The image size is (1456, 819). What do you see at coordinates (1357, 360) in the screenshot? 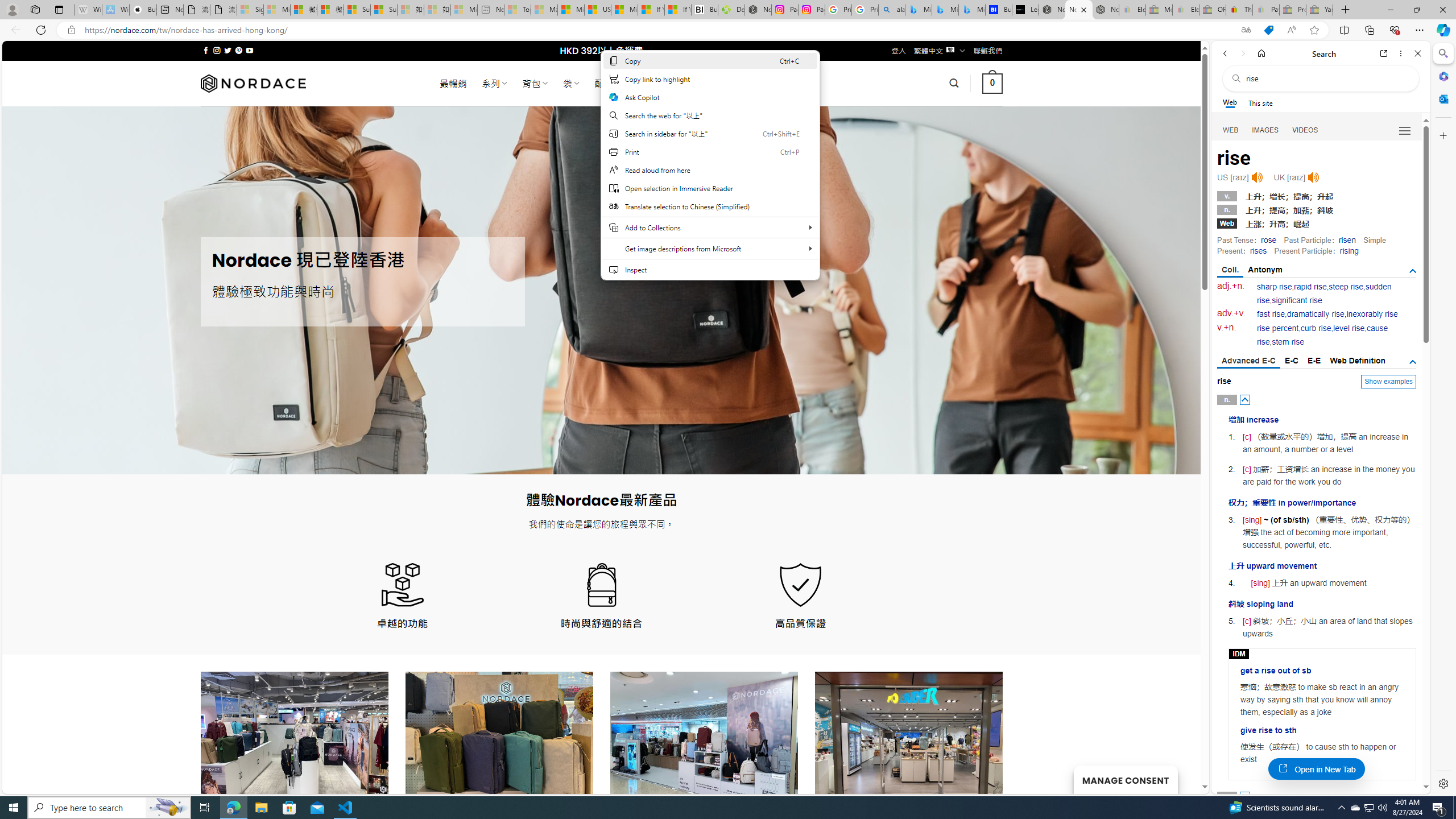
I see `'Web Definition'` at bounding box center [1357, 360].